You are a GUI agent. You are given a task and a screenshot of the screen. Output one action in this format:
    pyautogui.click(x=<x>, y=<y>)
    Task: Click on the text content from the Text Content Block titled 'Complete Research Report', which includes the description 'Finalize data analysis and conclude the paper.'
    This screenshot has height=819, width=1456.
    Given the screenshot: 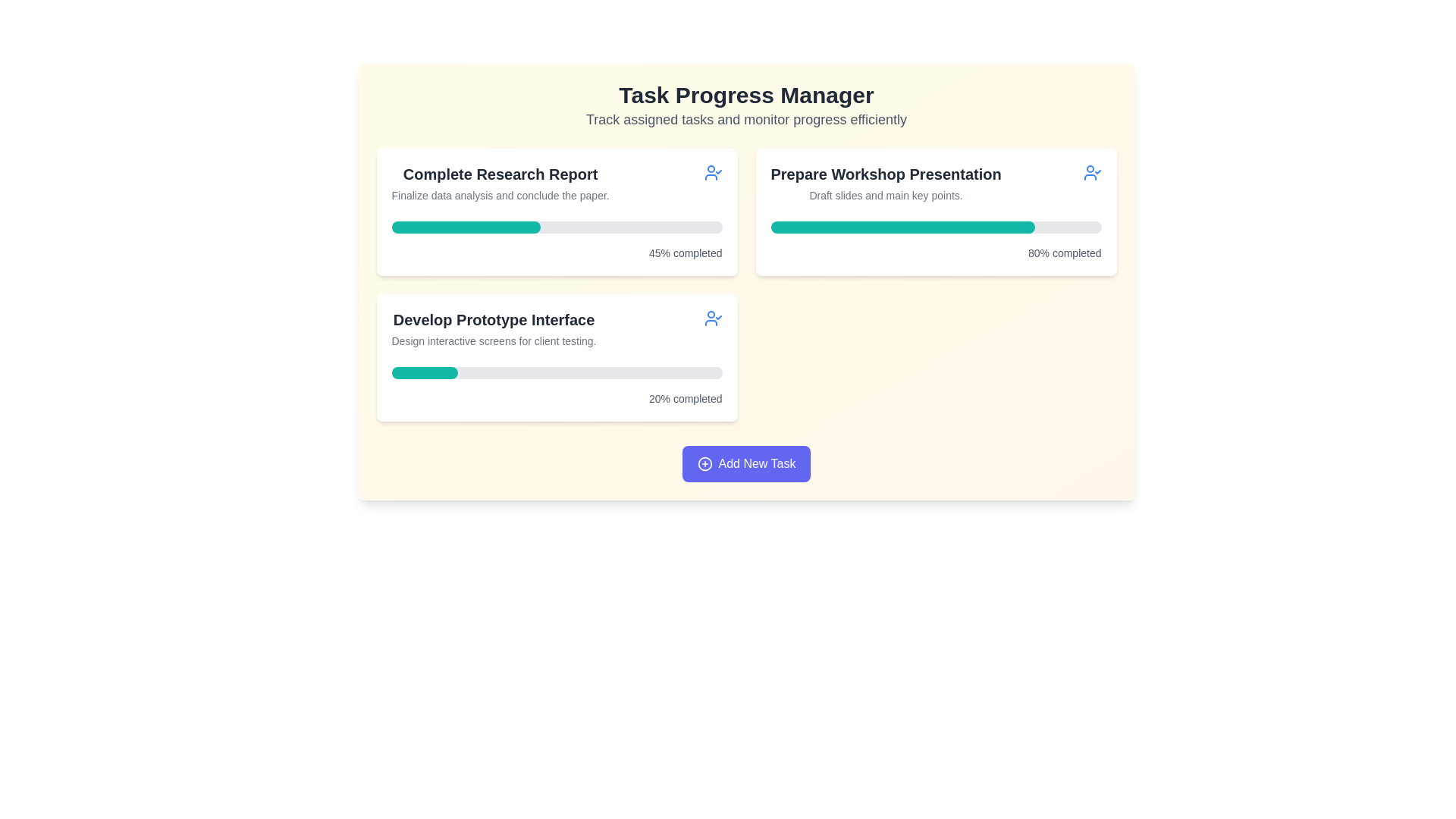 What is the action you would take?
    pyautogui.click(x=556, y=183)
    